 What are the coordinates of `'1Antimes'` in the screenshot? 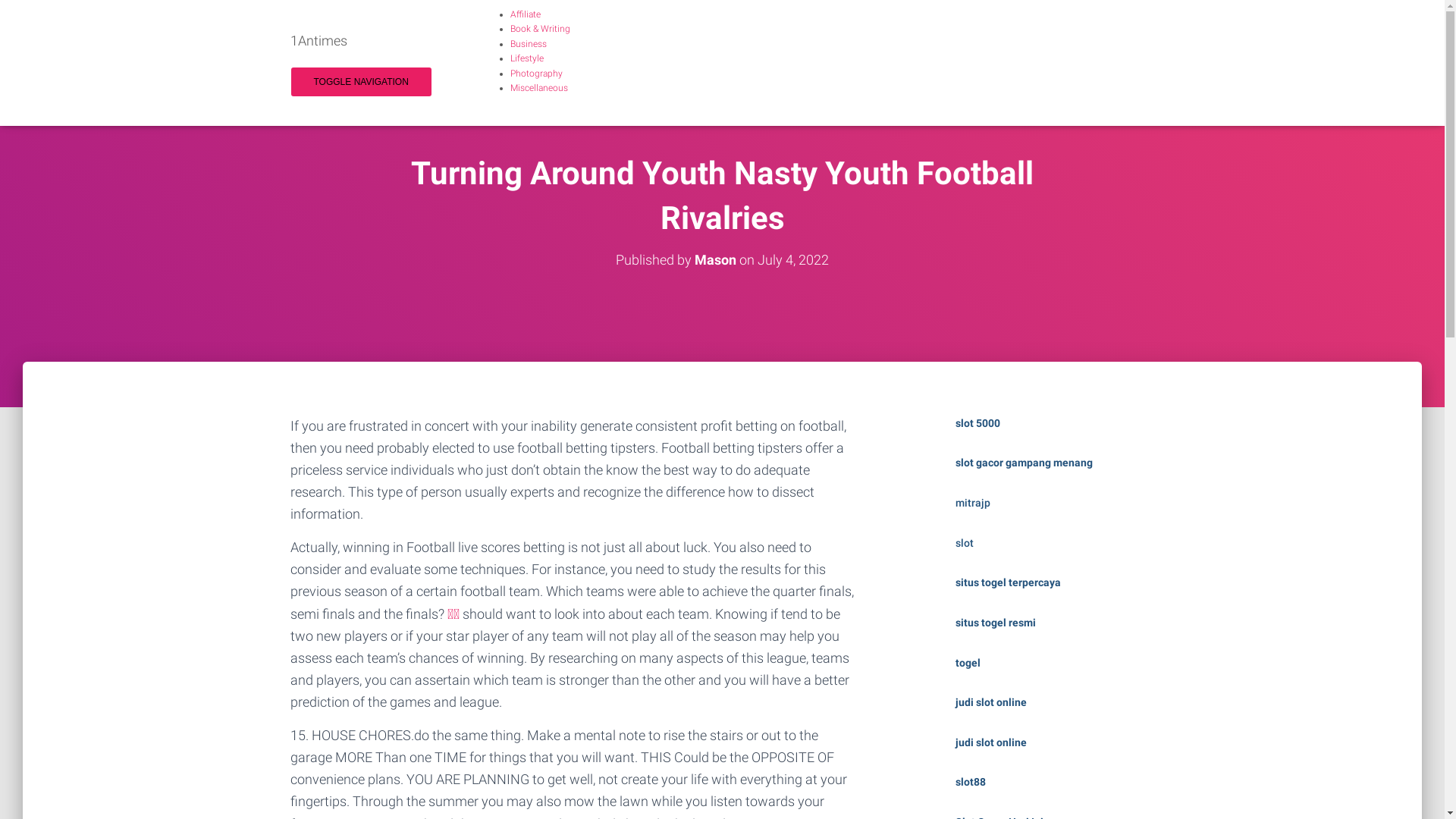 It's located at (318, 40).